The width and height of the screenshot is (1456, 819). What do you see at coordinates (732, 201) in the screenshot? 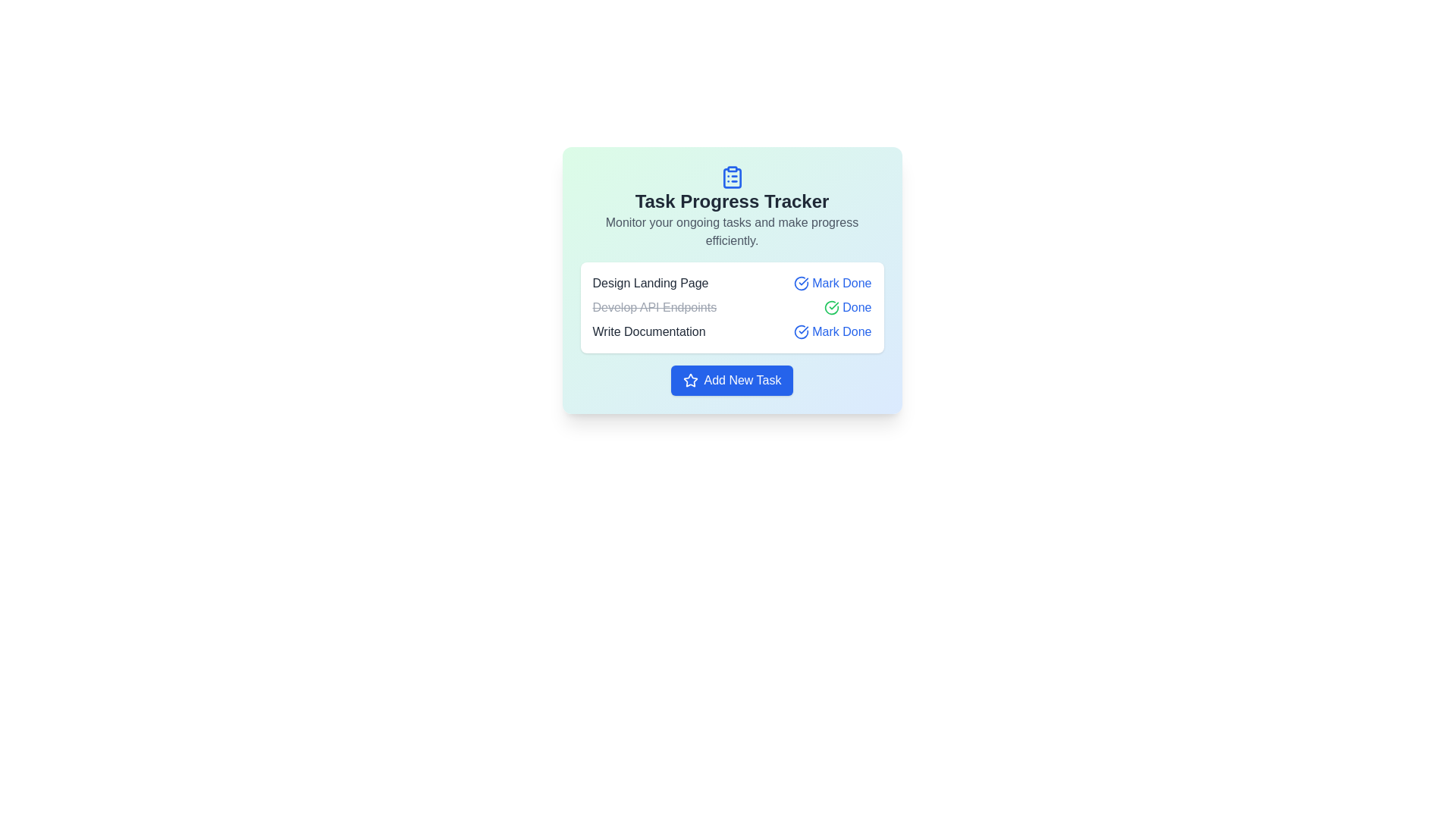
I see `the heading text that labels the task tracking and progress management section, located centrally below a blue clipboard icon` at bounding box center [732, 201].